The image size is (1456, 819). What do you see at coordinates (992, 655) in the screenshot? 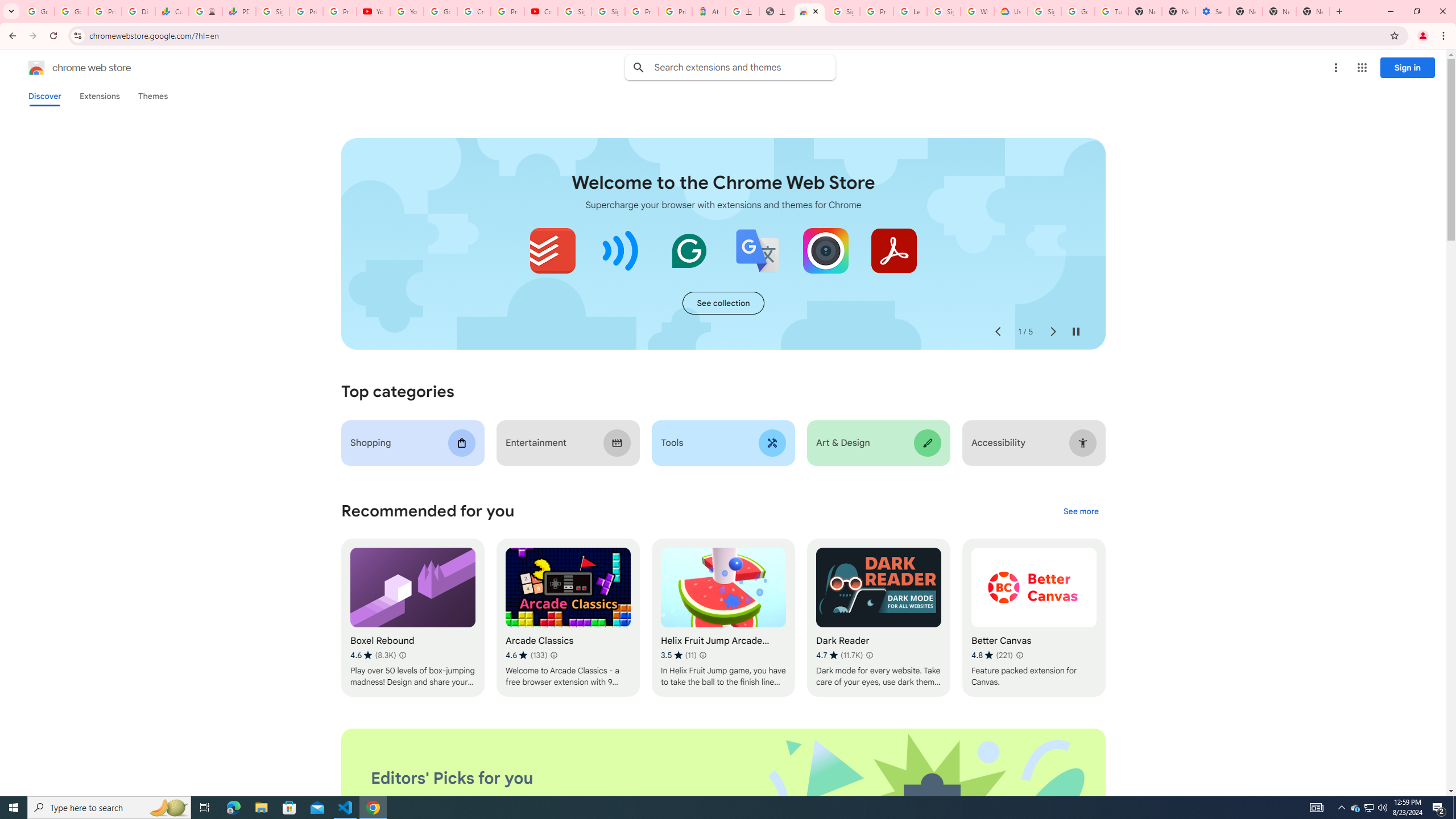
I see `'Average rating 4.8 out of 5 stars. 221 ratings.'` at bounding box center [992, 655].